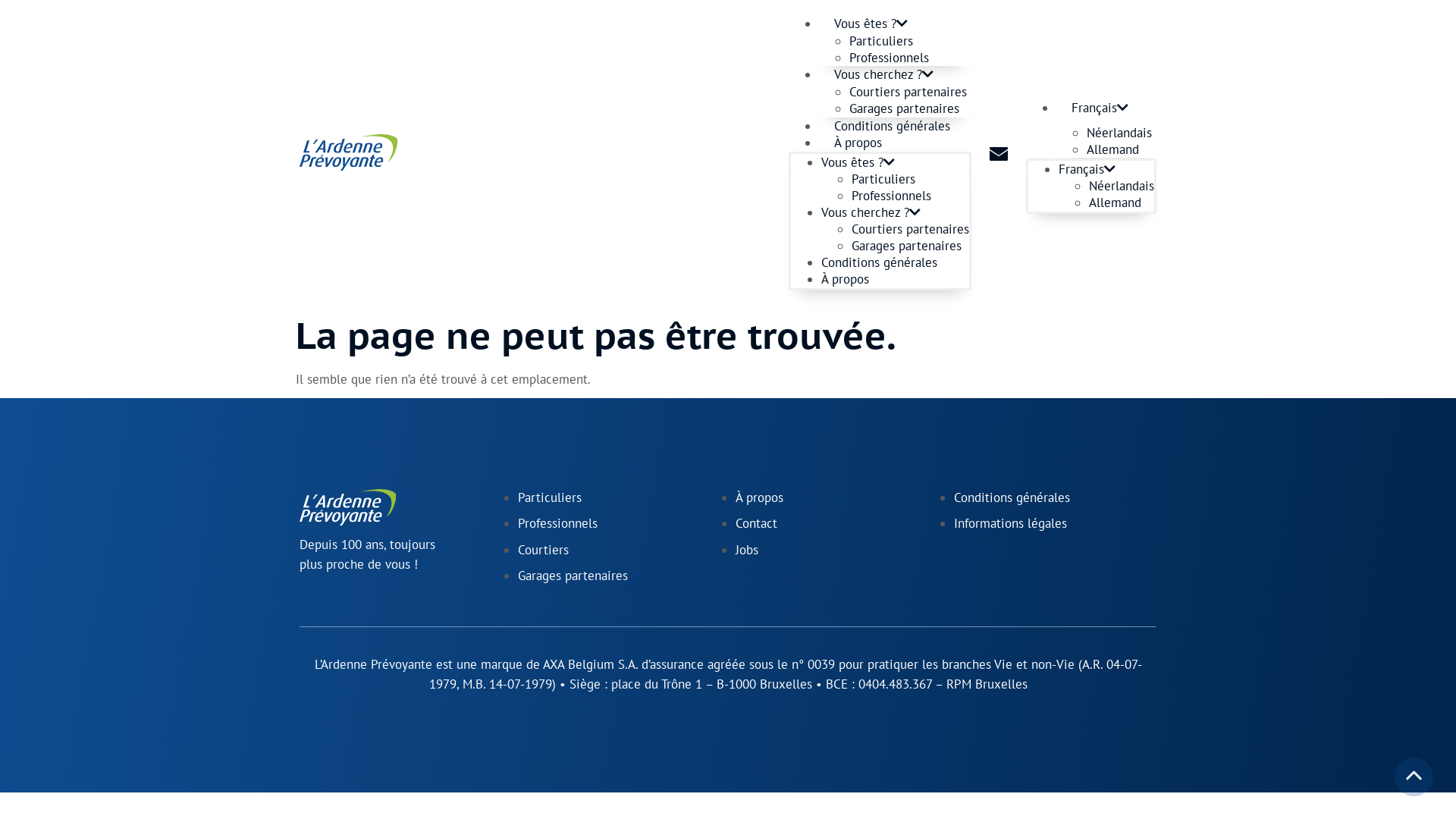 This screenshot has height=819, width=1456. What do you see at coordinates (746, 550) in the screenshot?
I see `'Jobs'` at bounding box center [746, 550].